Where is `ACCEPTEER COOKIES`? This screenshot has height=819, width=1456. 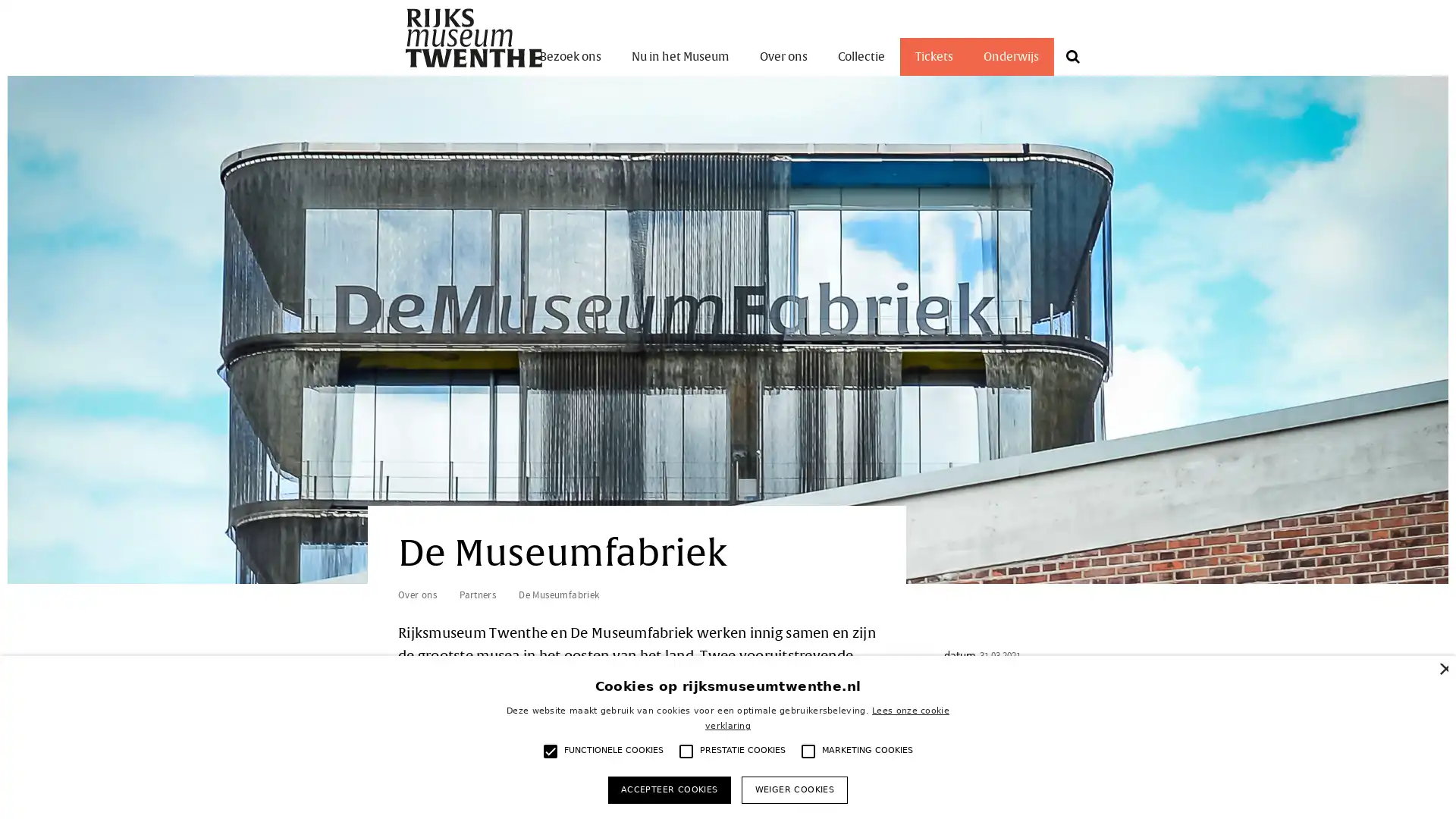 ACCEPTEER COOKIES is located at coordinates (668, 789).